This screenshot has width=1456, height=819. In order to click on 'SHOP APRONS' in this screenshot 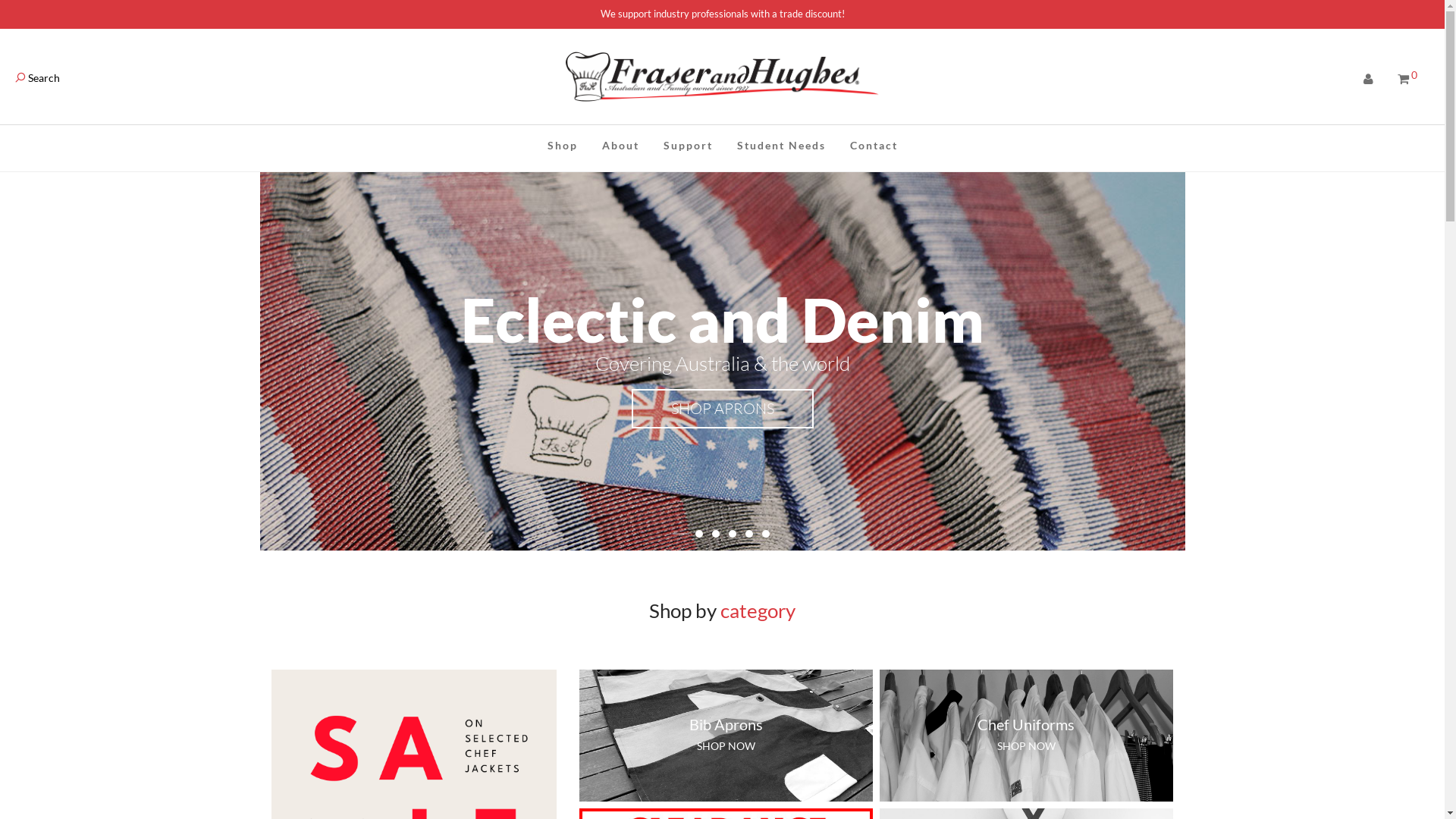, I will do `click(720, 408)`.